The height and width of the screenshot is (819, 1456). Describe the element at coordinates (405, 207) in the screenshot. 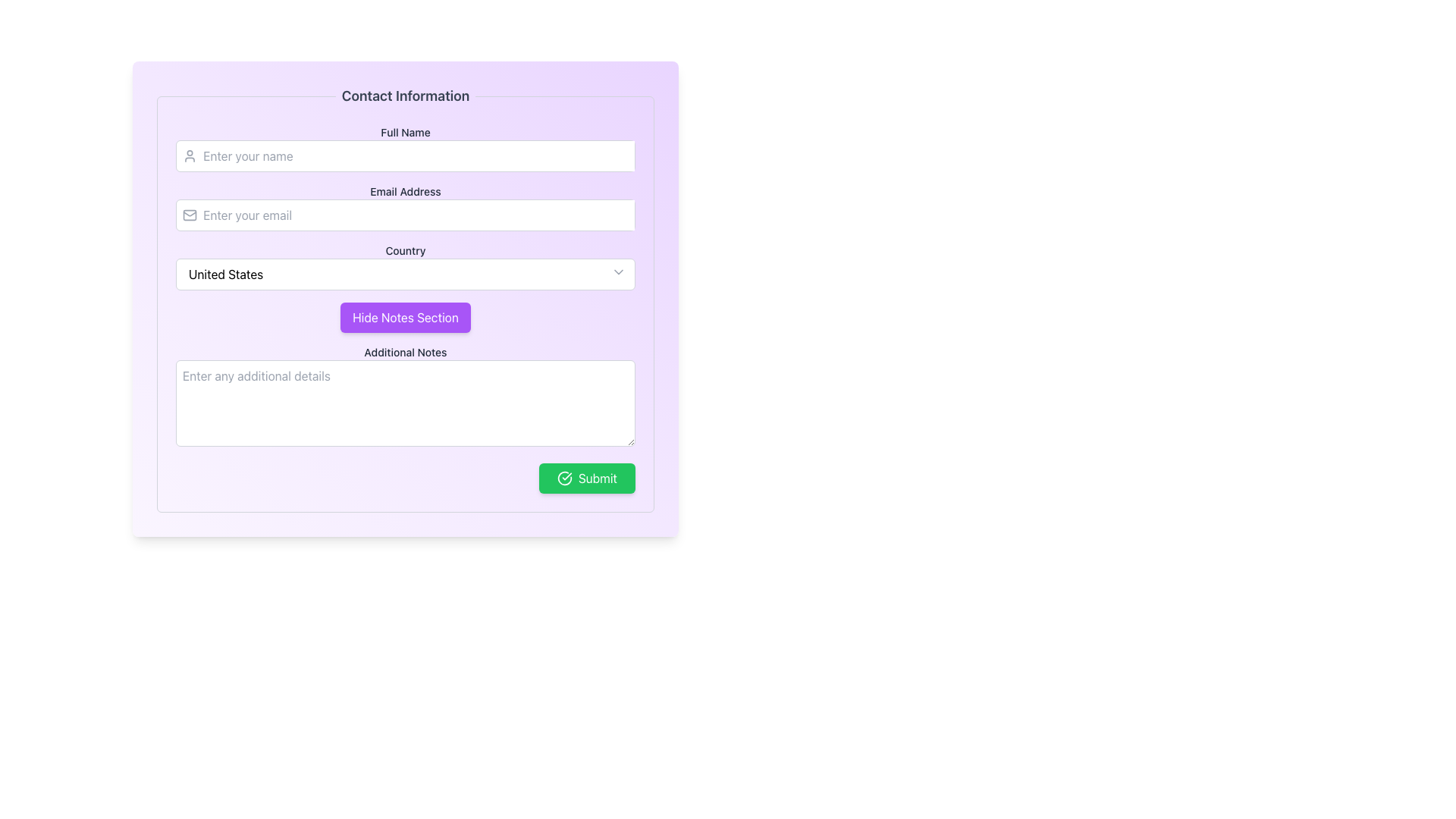

I see `the Email Input Field located below the 'Full Name' input field and above the 'Country' dropdown menu in the 'Contact Information' section` at that location.